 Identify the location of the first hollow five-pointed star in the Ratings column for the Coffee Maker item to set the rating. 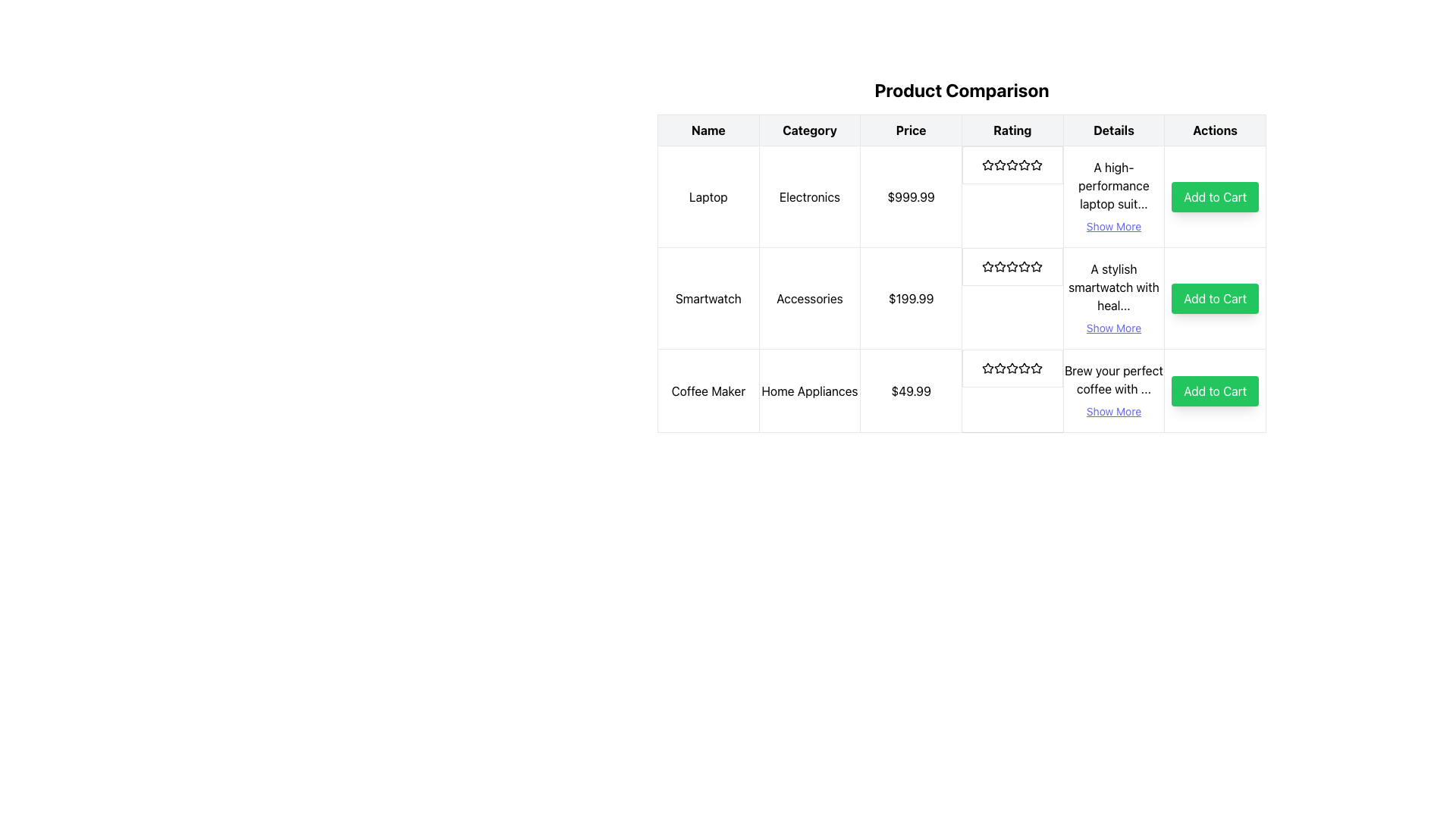
(1000, 368).